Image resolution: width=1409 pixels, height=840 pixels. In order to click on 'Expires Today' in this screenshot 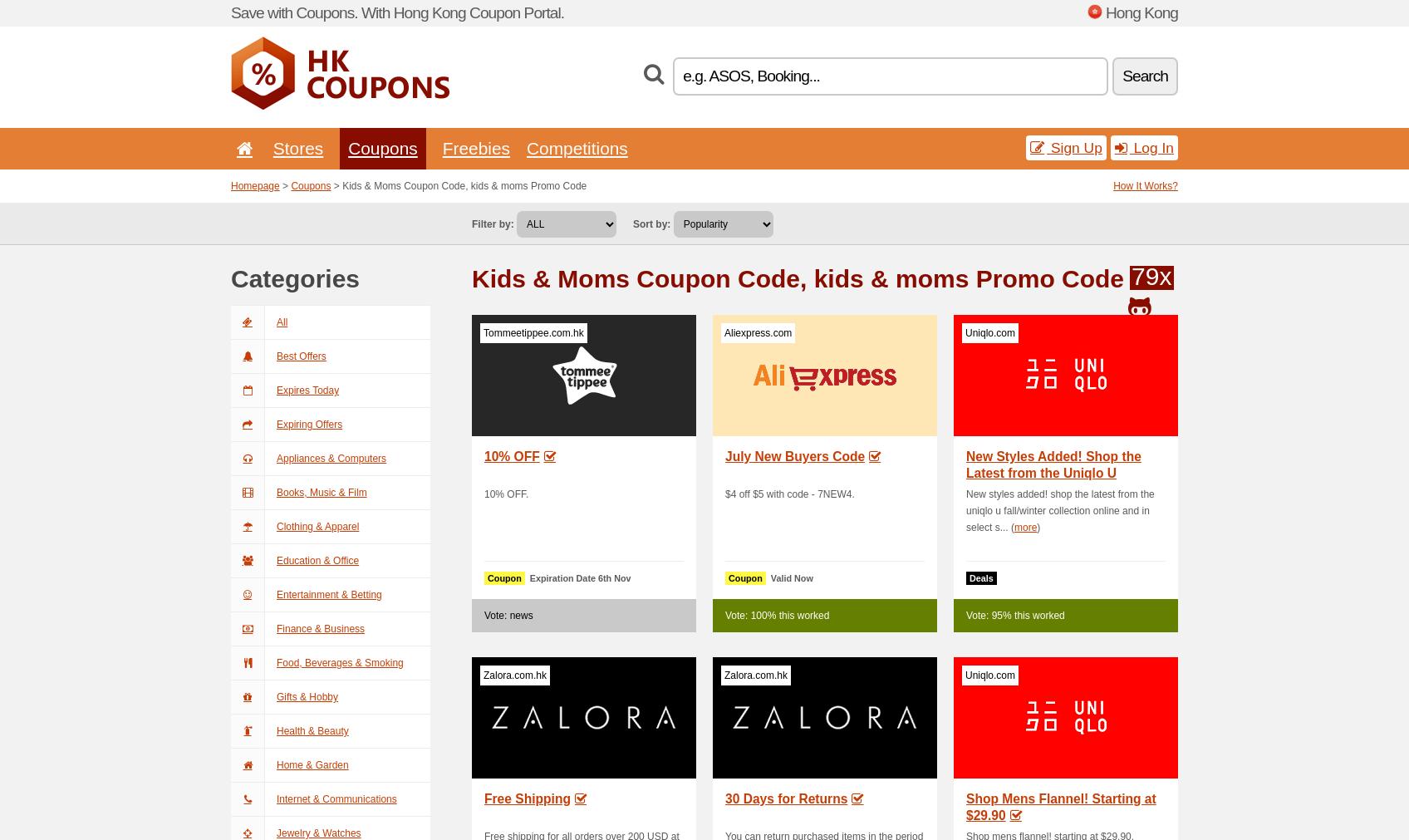, I will do `click(276, 390)`.